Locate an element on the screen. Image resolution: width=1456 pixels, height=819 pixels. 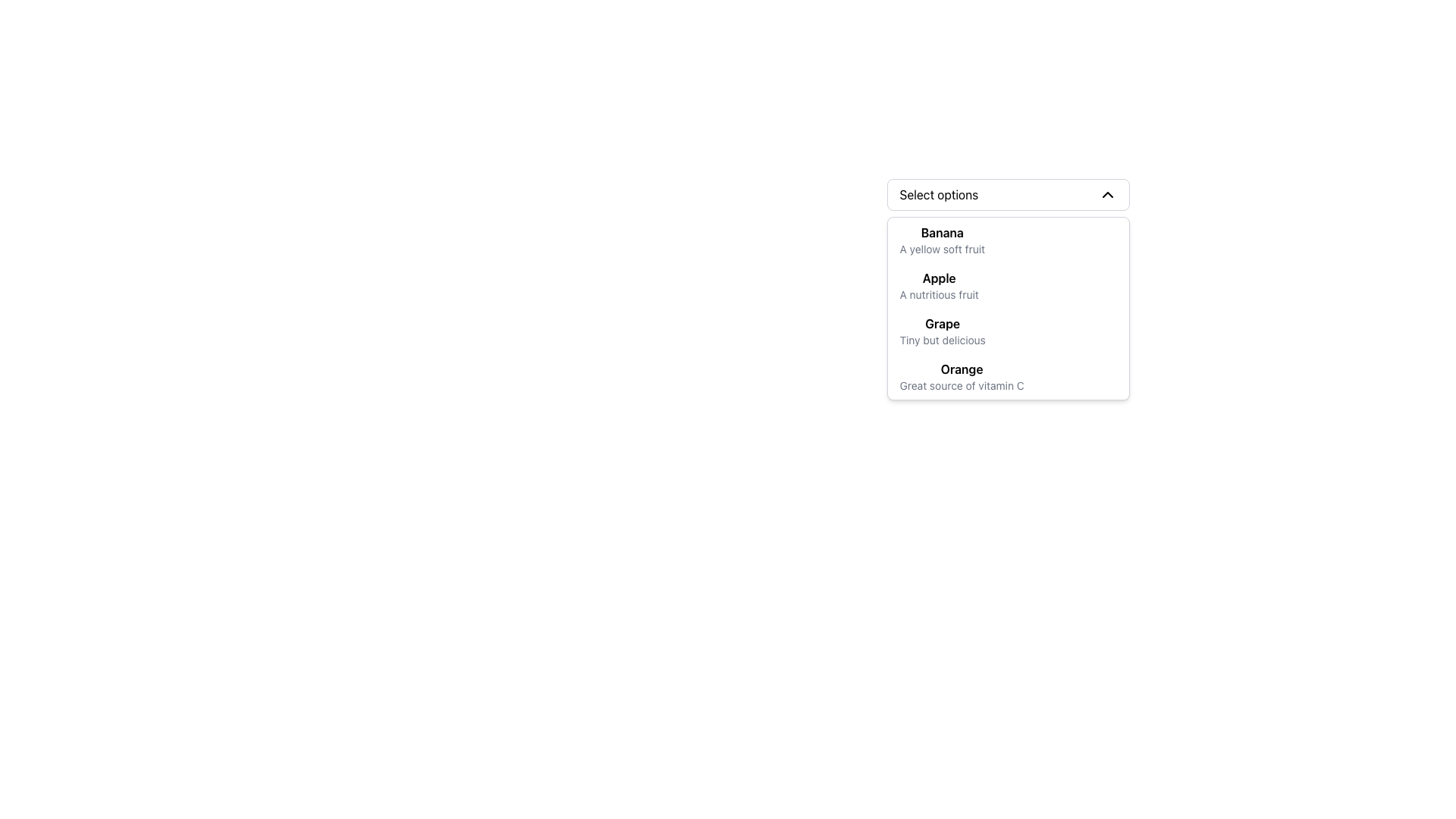
the informational list entry for 'Orange' which is the last item in the dropdown menu is located at coordinates (1008, 376).